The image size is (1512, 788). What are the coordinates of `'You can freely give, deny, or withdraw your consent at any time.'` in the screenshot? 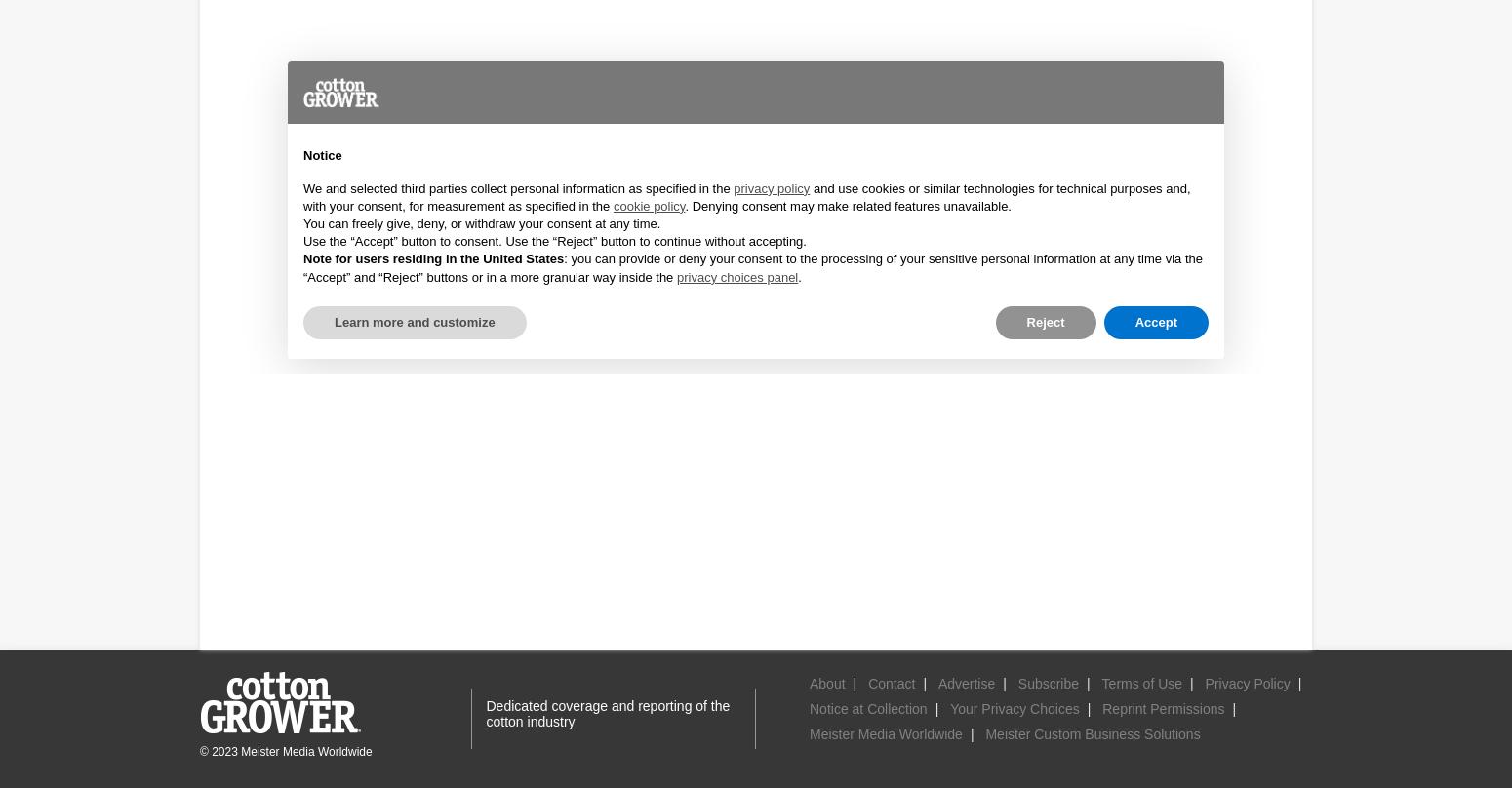 It's located at (480, 223).